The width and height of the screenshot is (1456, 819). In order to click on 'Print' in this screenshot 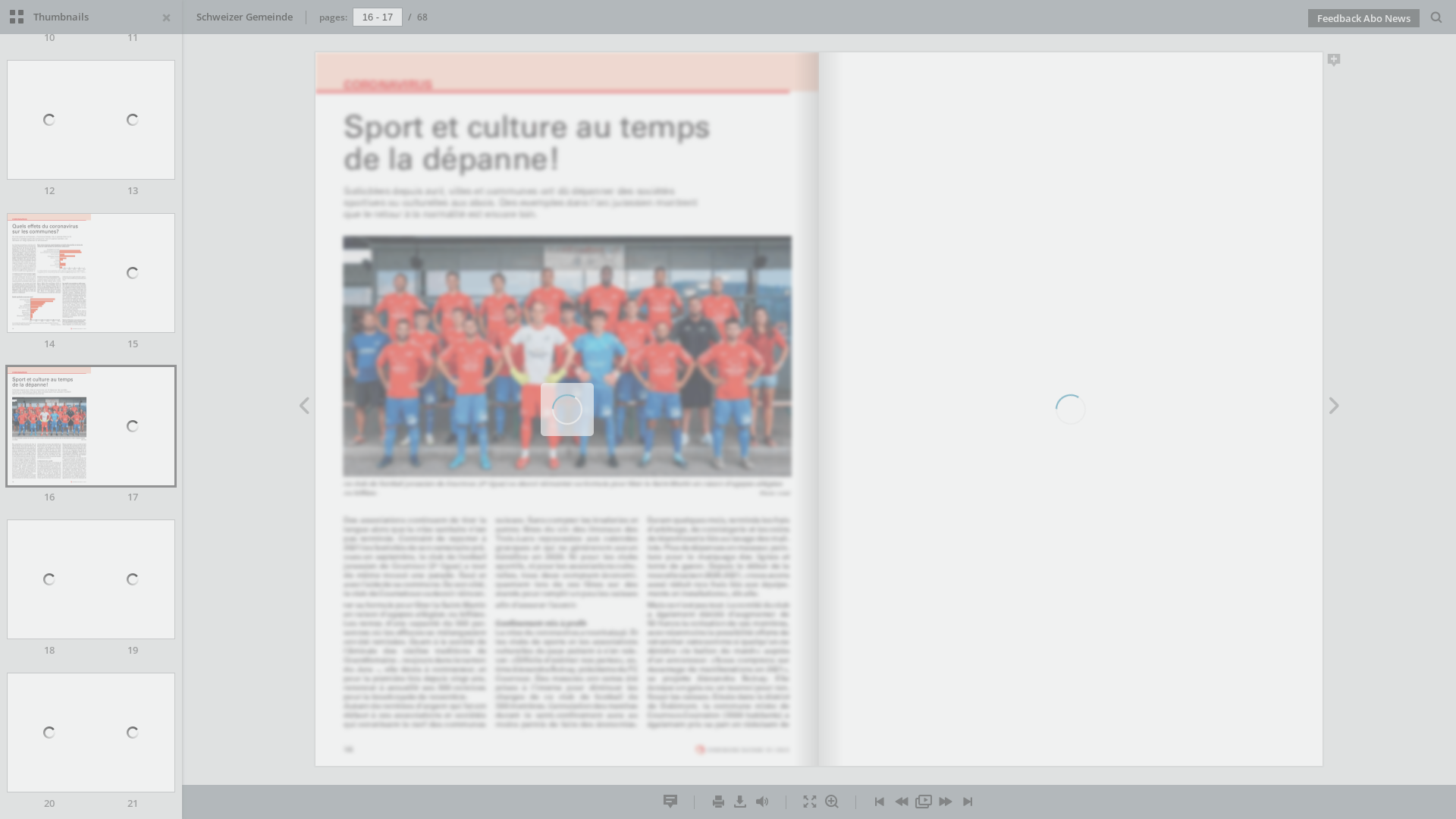, I will do `click(717, 801)`.